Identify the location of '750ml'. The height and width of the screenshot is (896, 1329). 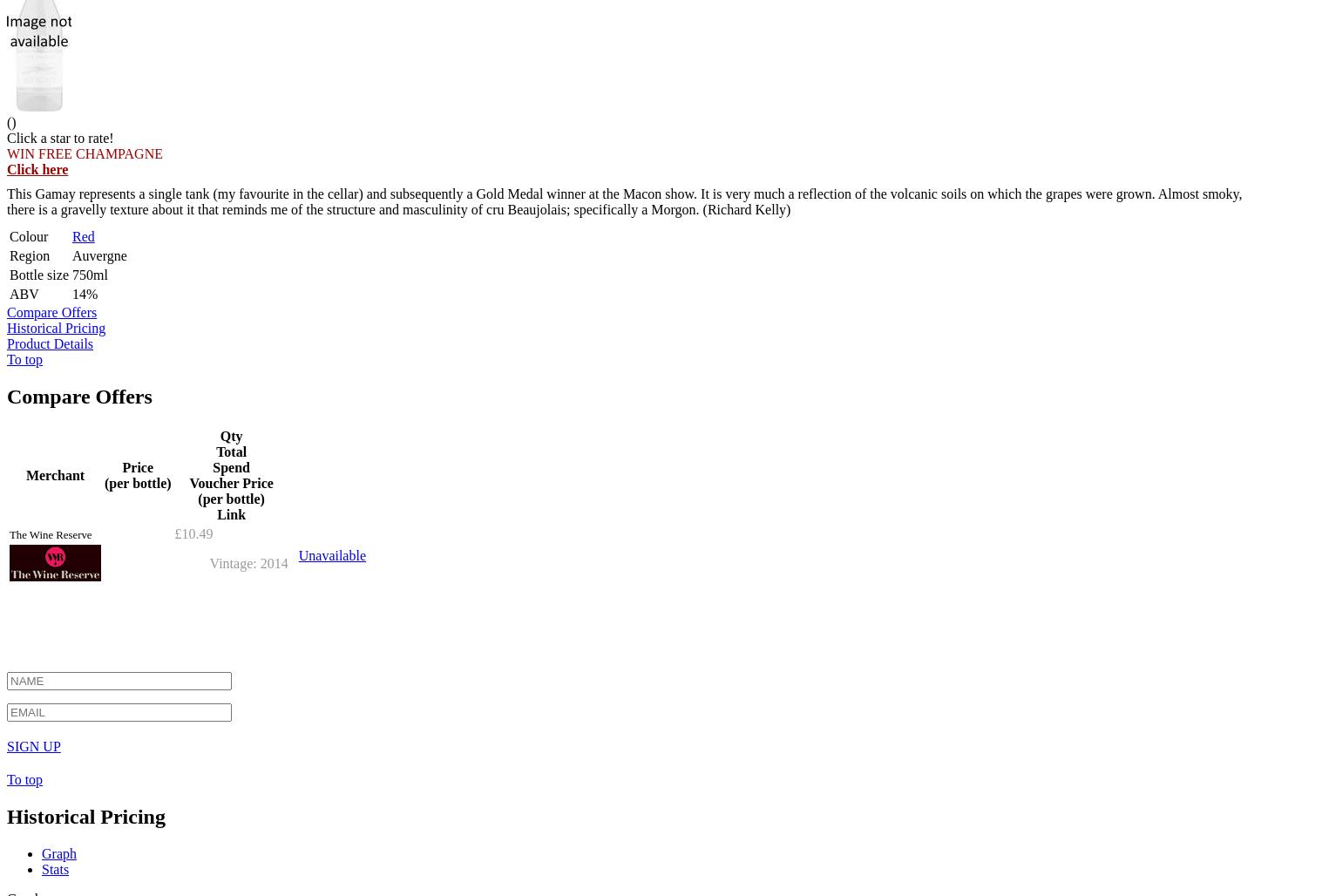
(89, 274).